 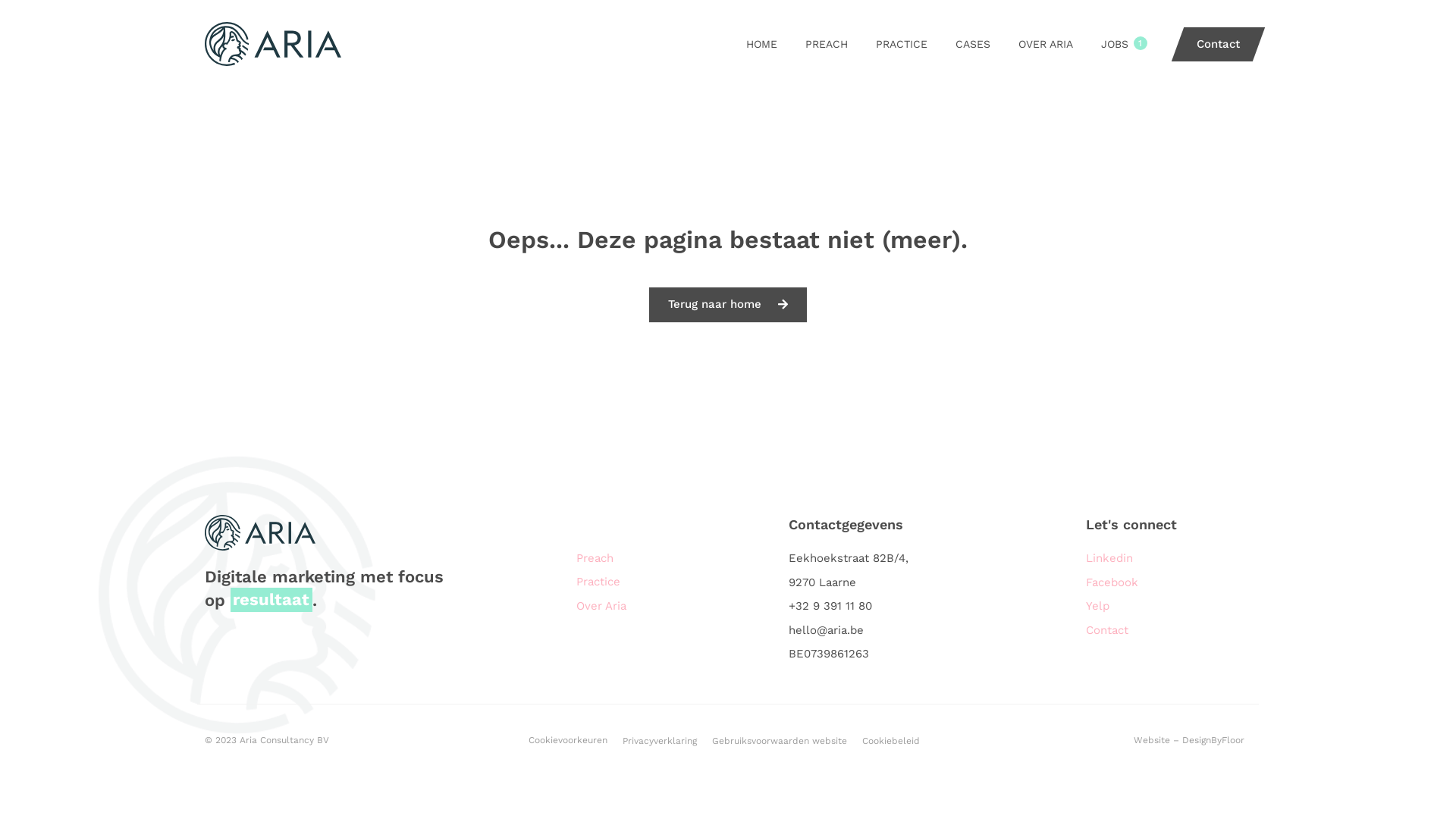 I want to click on 'PREACH', so click(x=804, y=42).